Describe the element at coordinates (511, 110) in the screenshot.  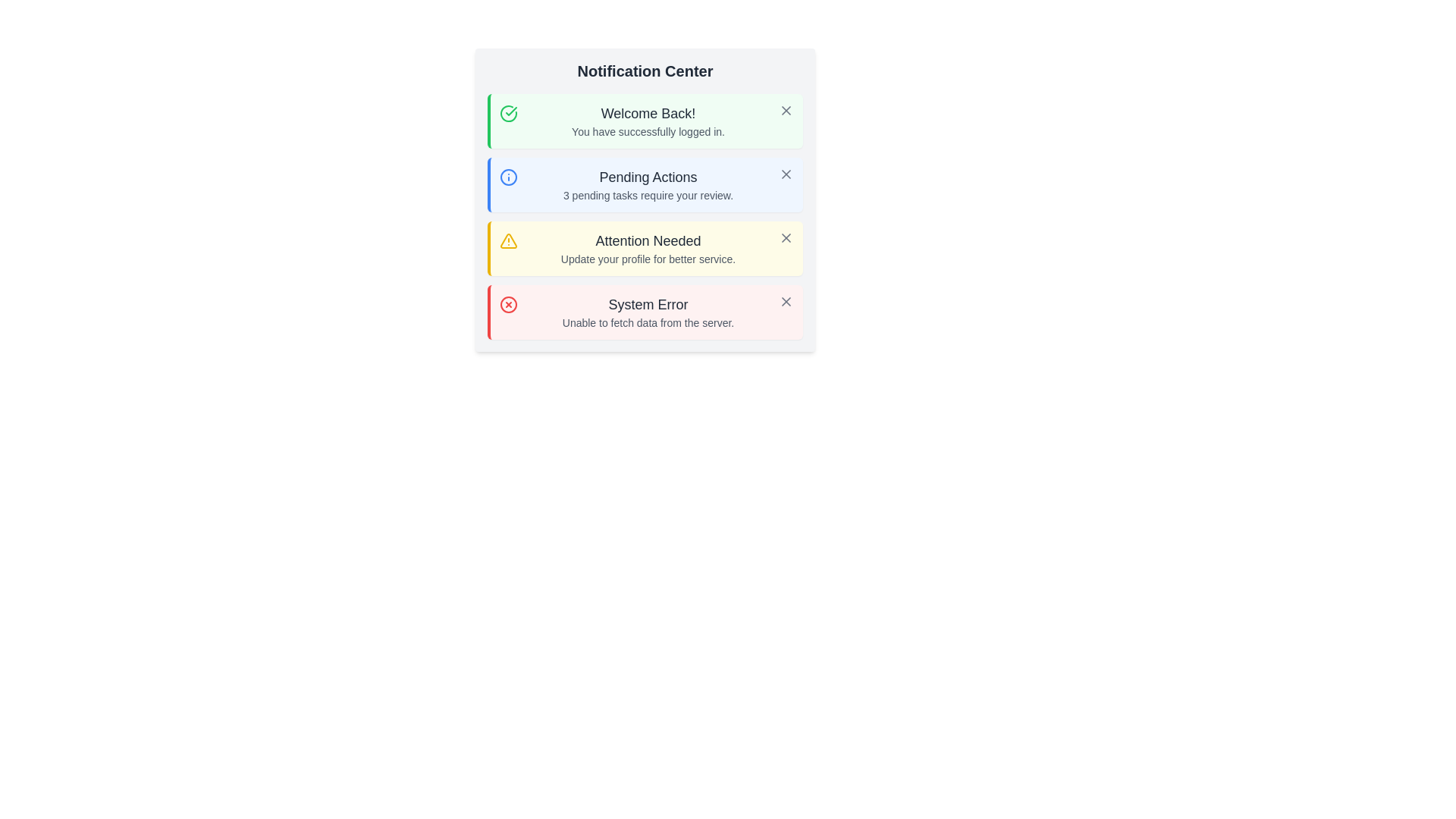
I see `the green checkmark within the circular icon located in the first notification item of the Notification Center` at that location.